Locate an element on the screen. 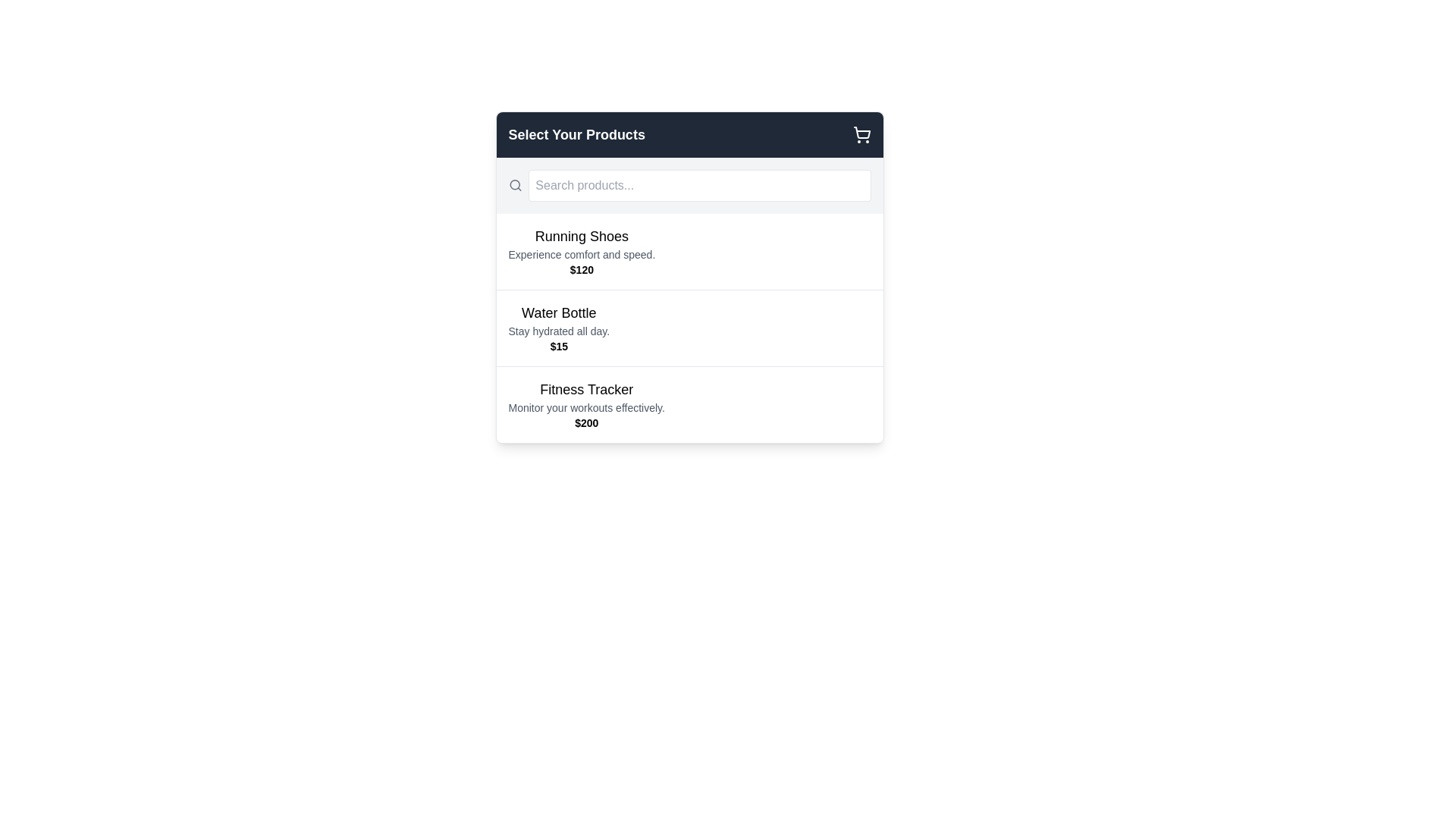 The height and width of the screenshot is (819, 1456). the 'Running Shoes' text block is located at coordinates (581, 250).